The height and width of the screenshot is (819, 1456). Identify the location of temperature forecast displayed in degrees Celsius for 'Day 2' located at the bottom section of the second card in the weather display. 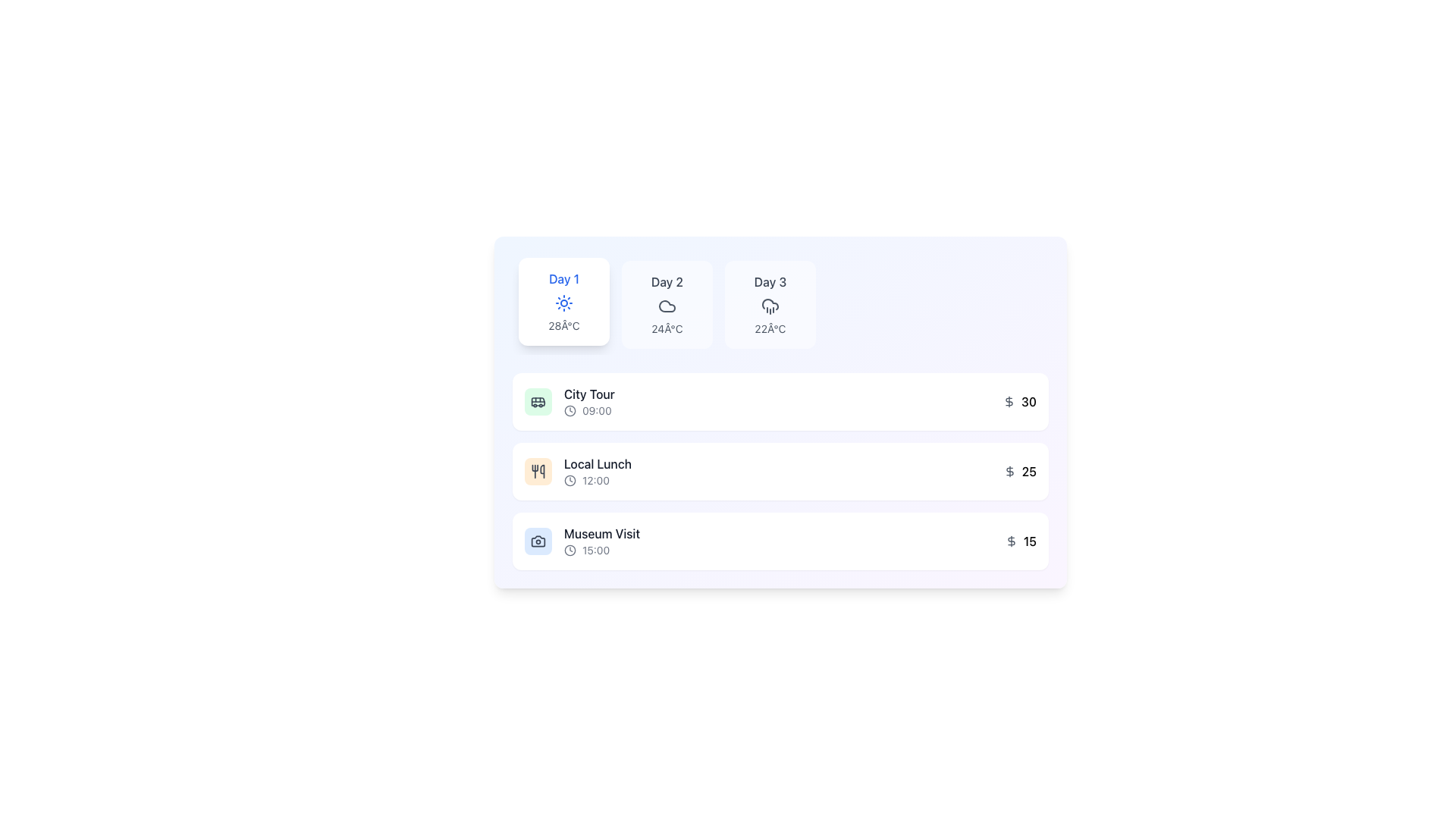
(667, 328).